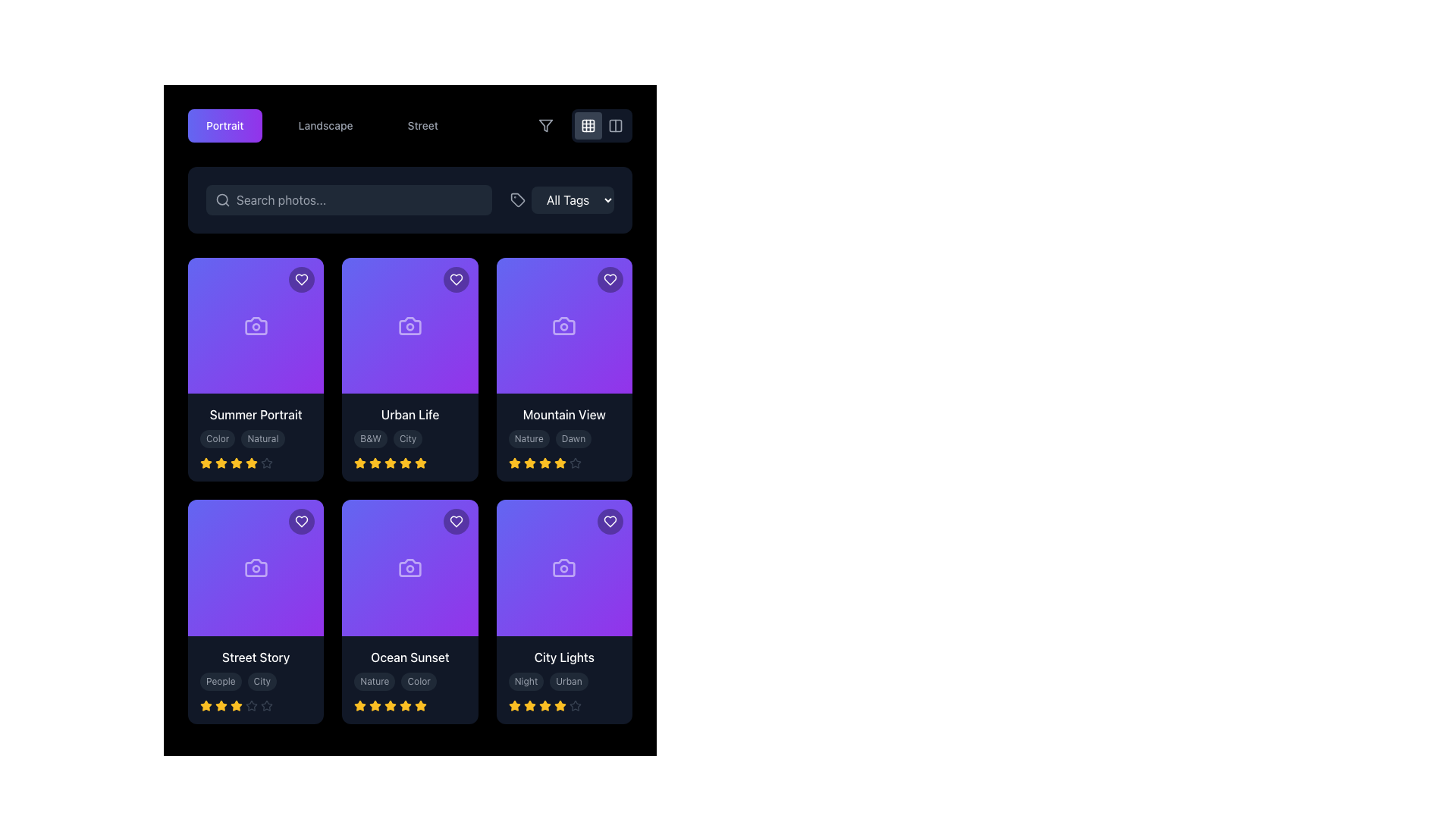 This screenshot has width=1456, height=819. Describe the element at coordinates (251, 463) in the screenshot. I see `the yellow star icon, which is the fifth star in the rating row below the 'Summer Portrait' card, to rate it` at that location.